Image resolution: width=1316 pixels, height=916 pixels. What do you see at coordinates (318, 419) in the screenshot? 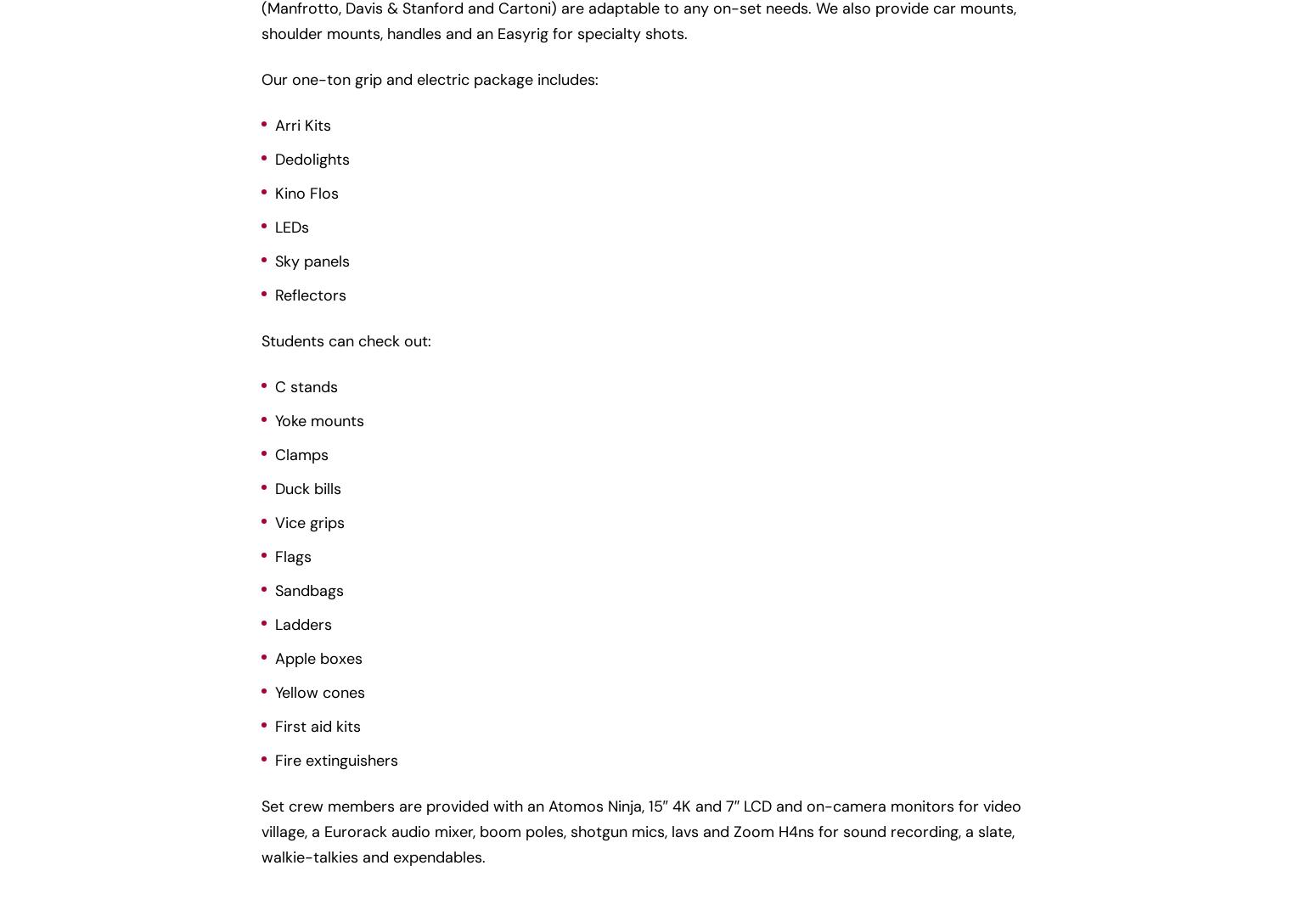
I see `'Yoke mounts'` at bounding box center [318, 419].